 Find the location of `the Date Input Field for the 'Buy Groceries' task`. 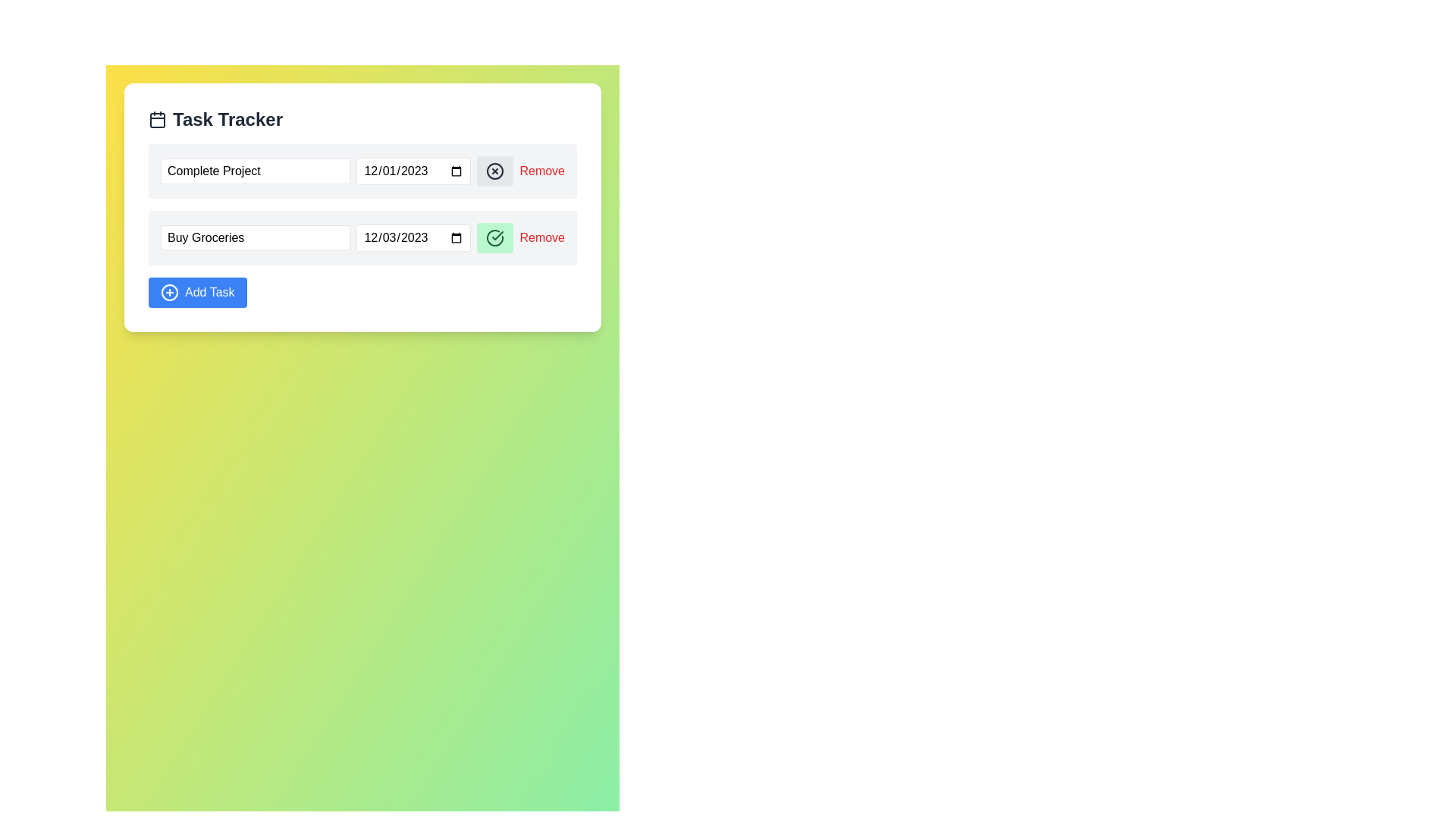

the Date Input Field for the 'Buy Groceries' task is located at coordinates (413, 237).